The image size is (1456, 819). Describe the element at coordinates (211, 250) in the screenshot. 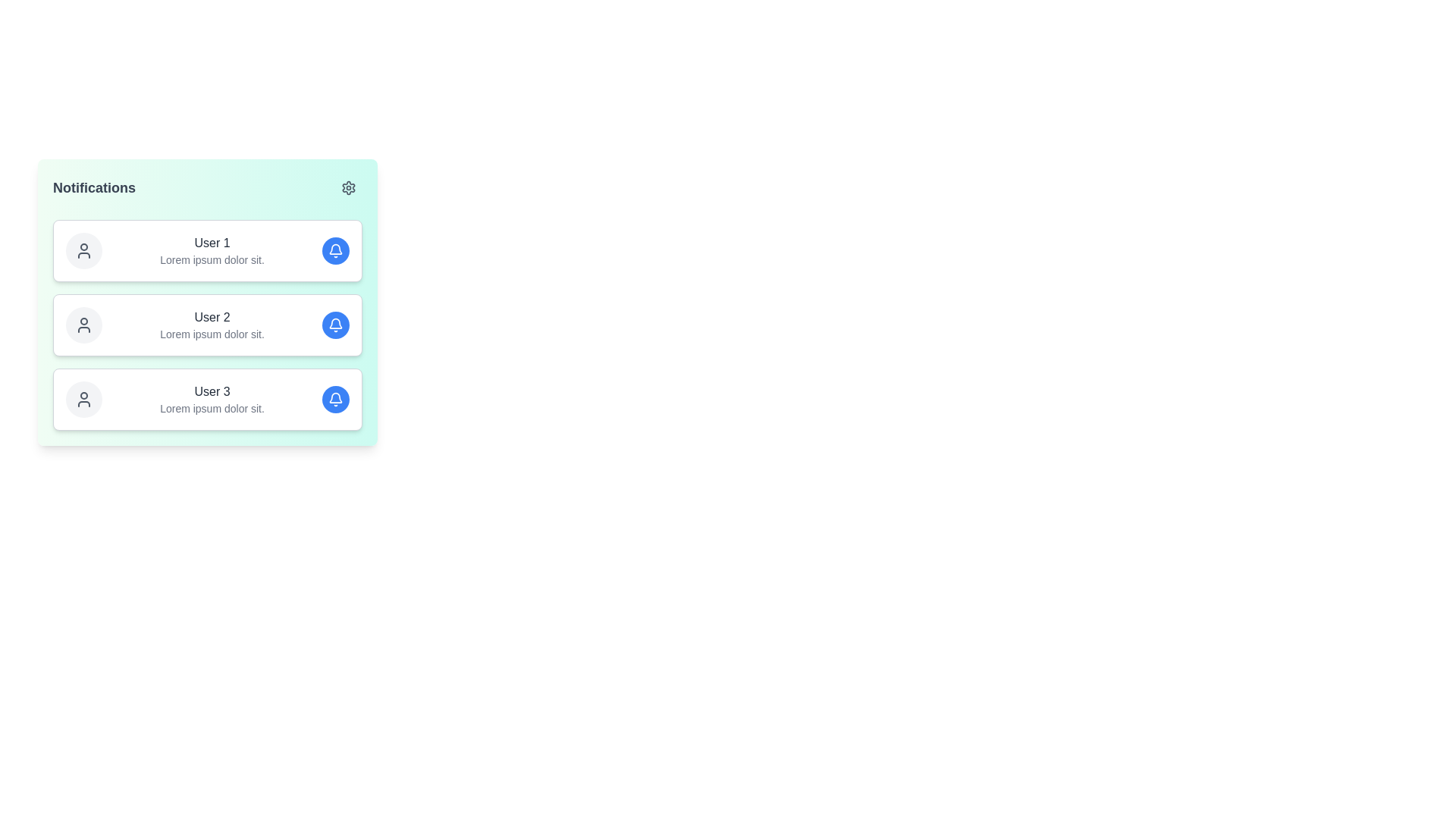

I see `text content of the text display element showing 'User 1' and 'Lorem ipsum dolor sit.' positioned in the topmost notification card` at that location.